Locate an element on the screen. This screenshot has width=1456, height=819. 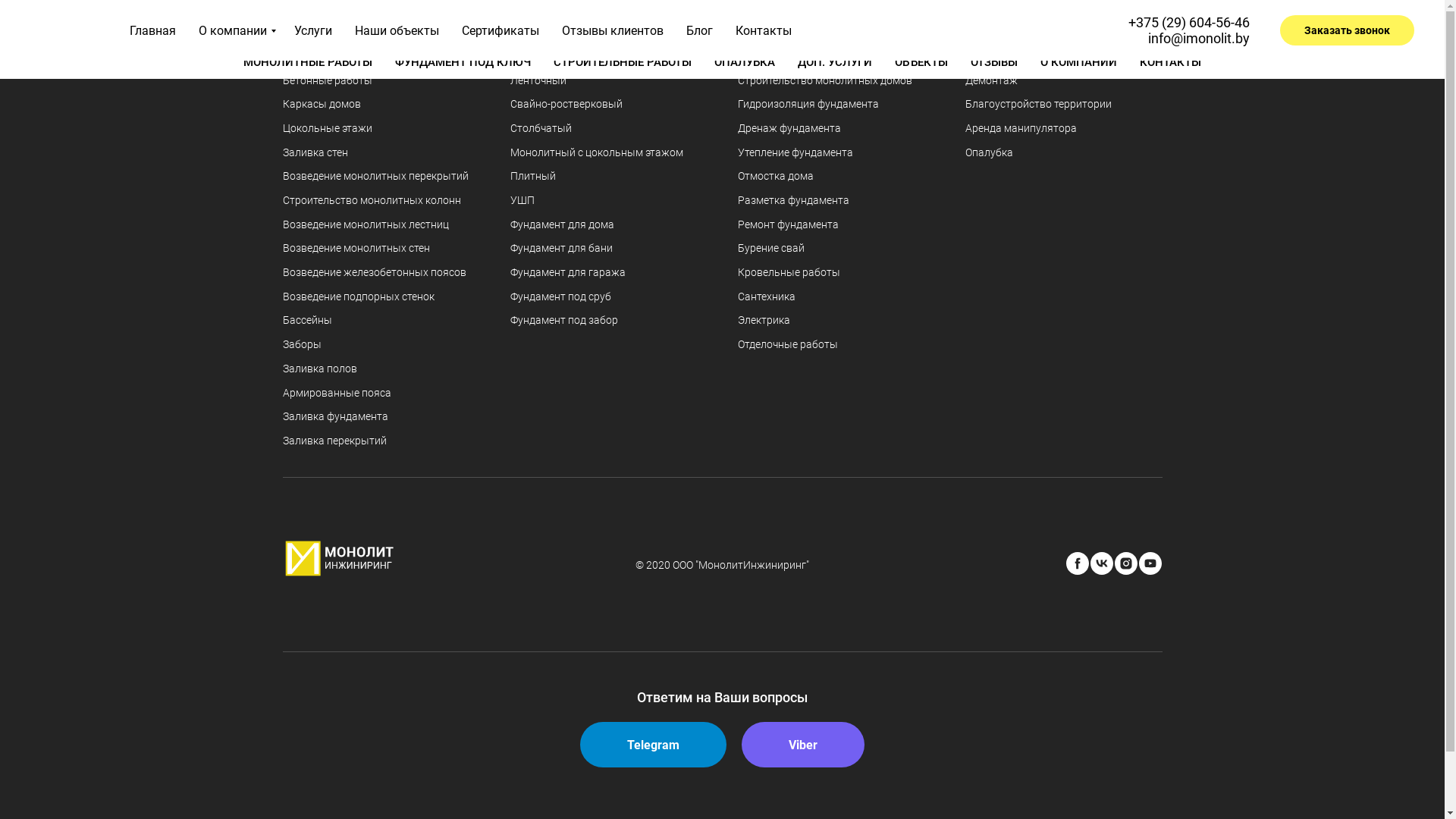
'+375 (29) 604-56-46' is located at coordinates (1188, 22).